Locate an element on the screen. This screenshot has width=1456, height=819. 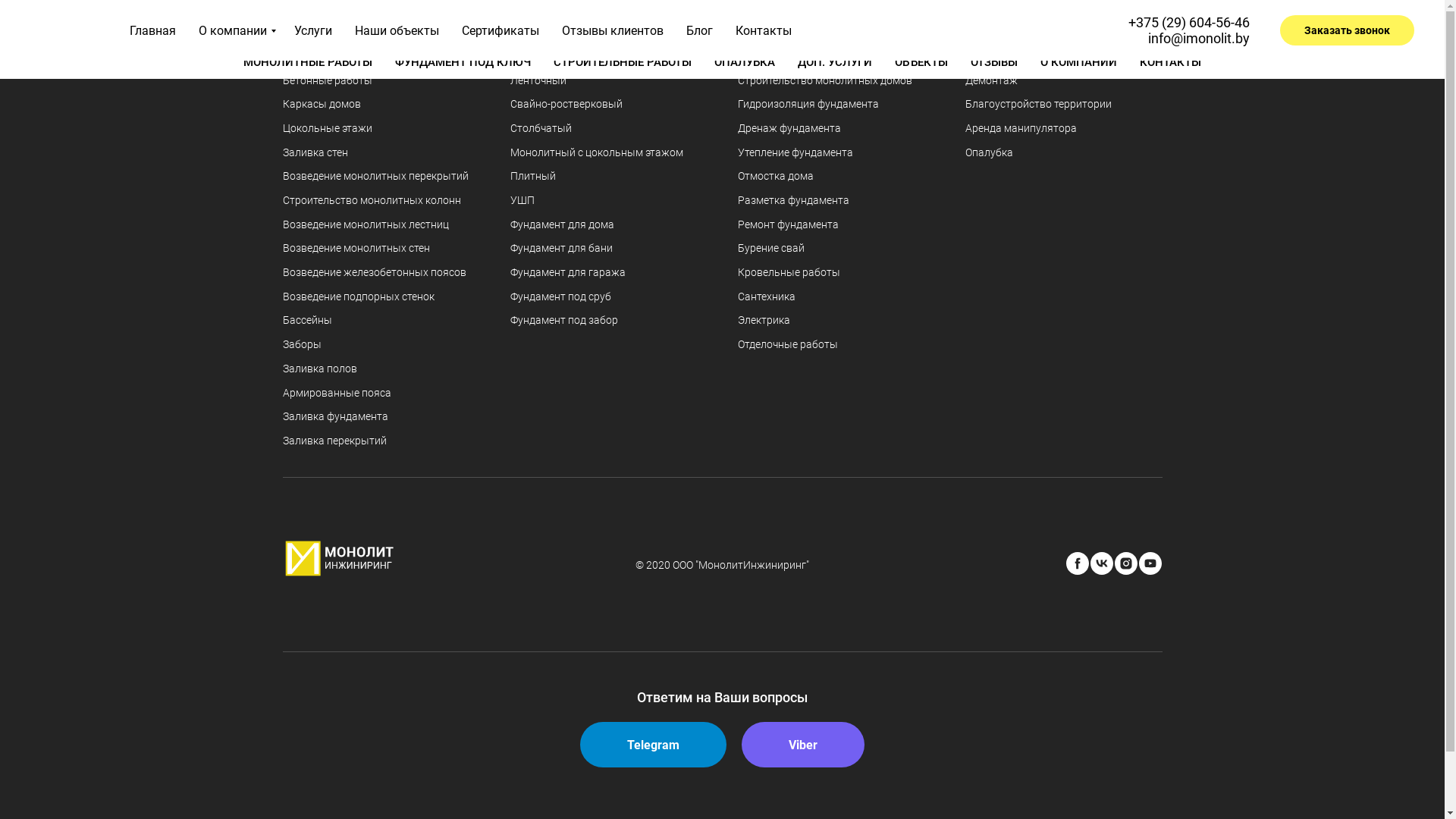
'+375 (29) 604-56-46' is located at coordinates (1188, 22).